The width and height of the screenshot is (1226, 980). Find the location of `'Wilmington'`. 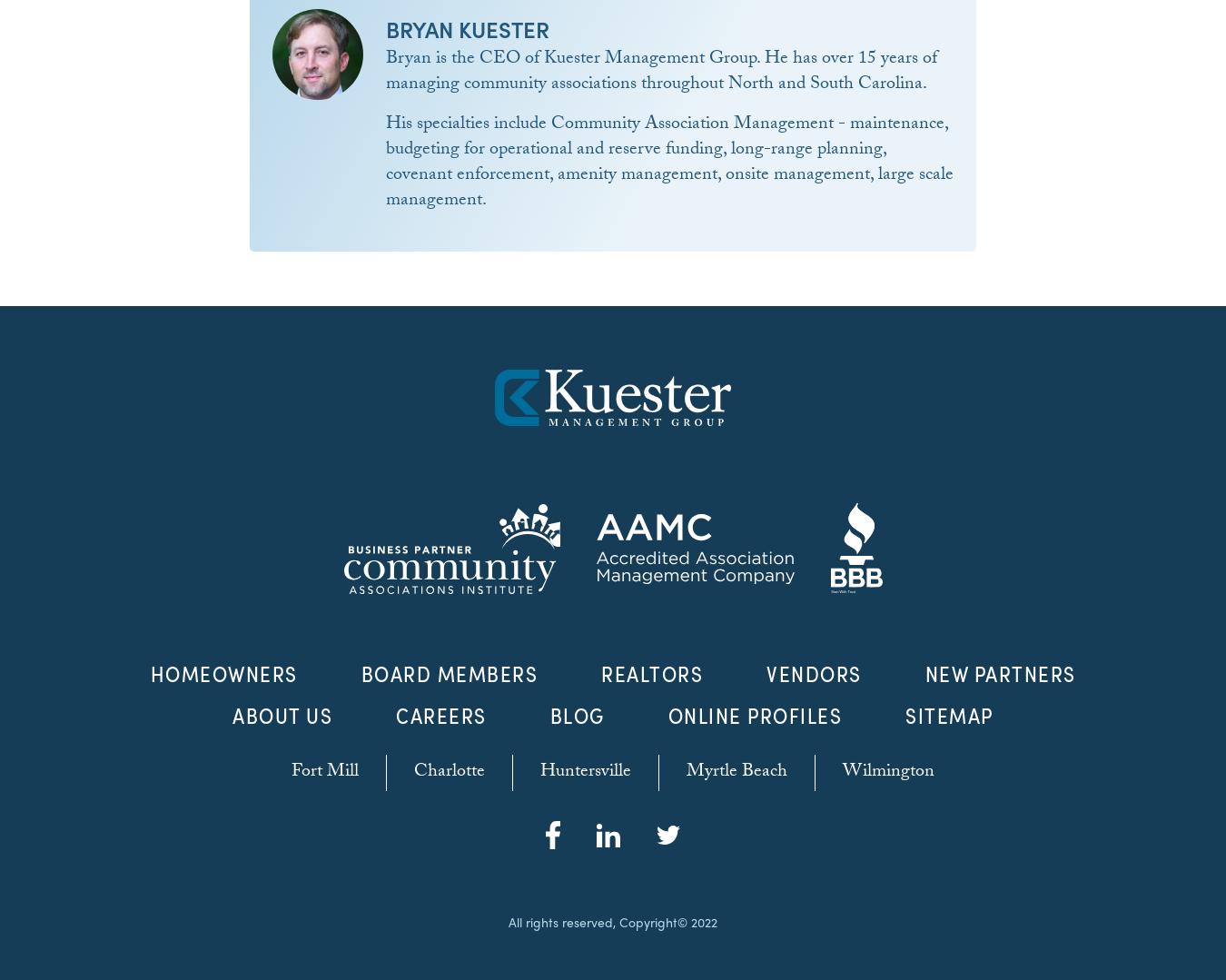

'Wilmington' is located at coordinates (887, 773).